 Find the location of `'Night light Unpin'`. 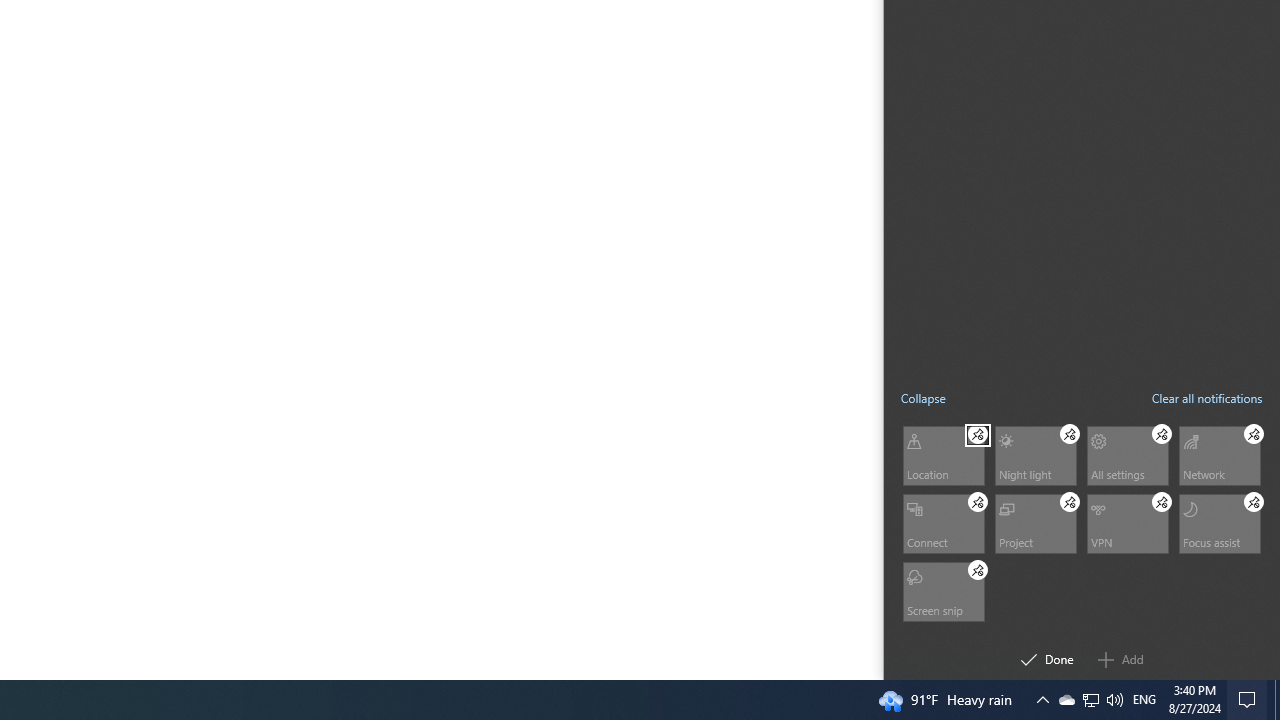

'Night light Unpin' is located at coordinates (1069, 433).